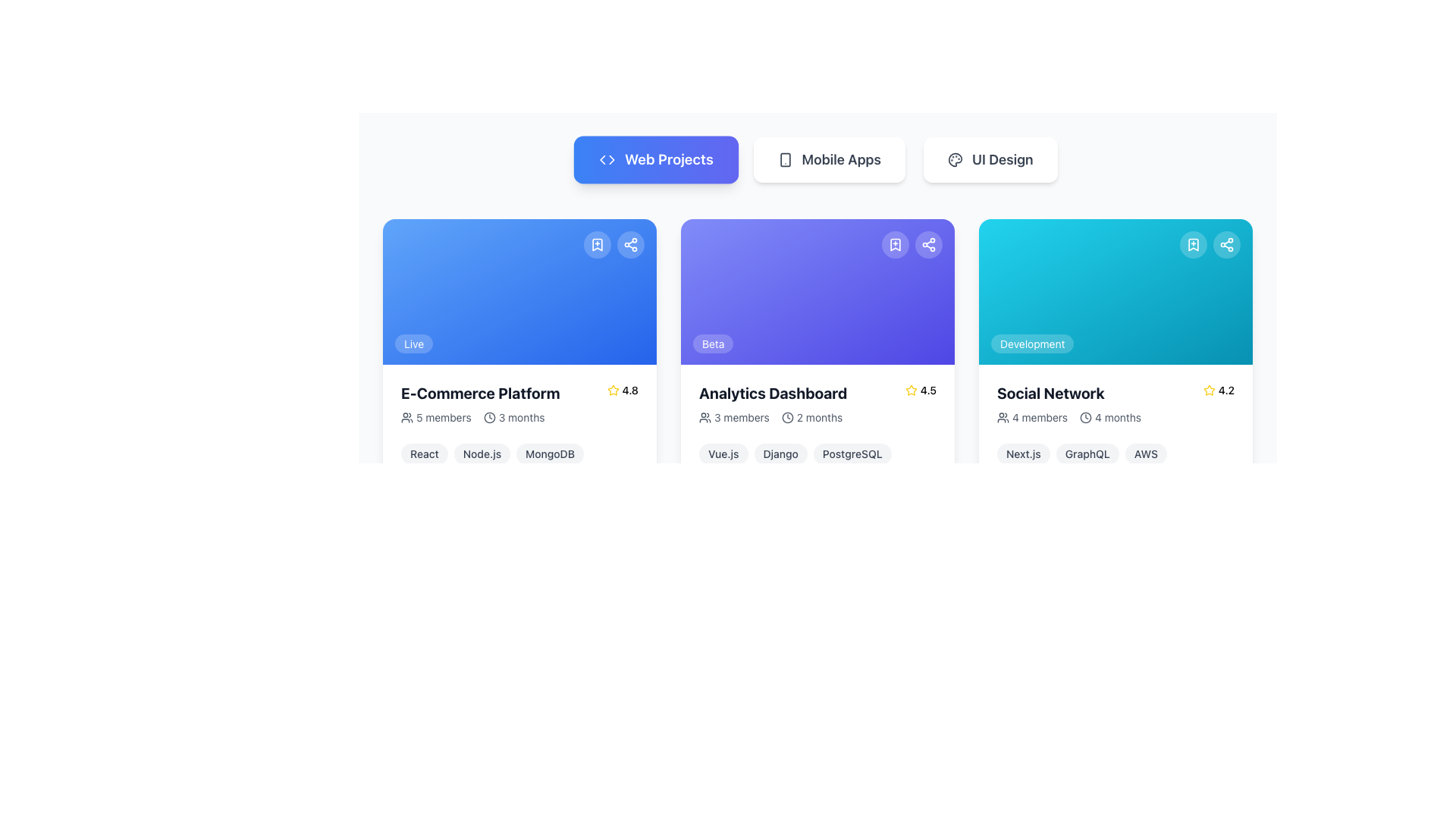  Describe the element at coordinates (596, 244) in the screenshot. I see `the white bookmark icon in the top-right corner of the 'E-Commerce Platform' card` at that location.